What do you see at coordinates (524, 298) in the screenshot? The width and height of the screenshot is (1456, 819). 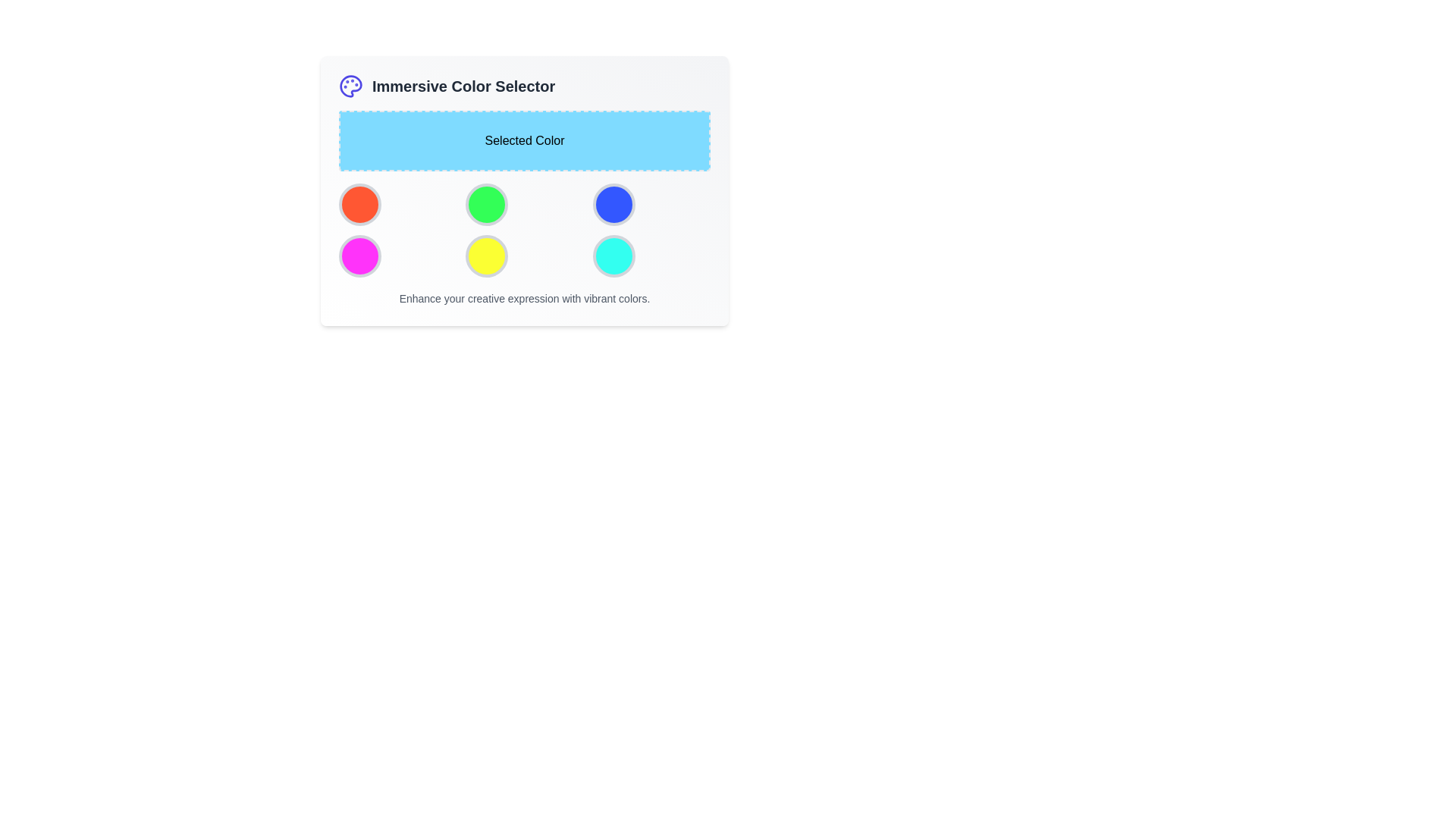 I see `the text label that states 'Enhance your creative expression with vibrant colors.' which is styled in gray and positioned towards the bottom of the interface` at bounding box center [524, 298].